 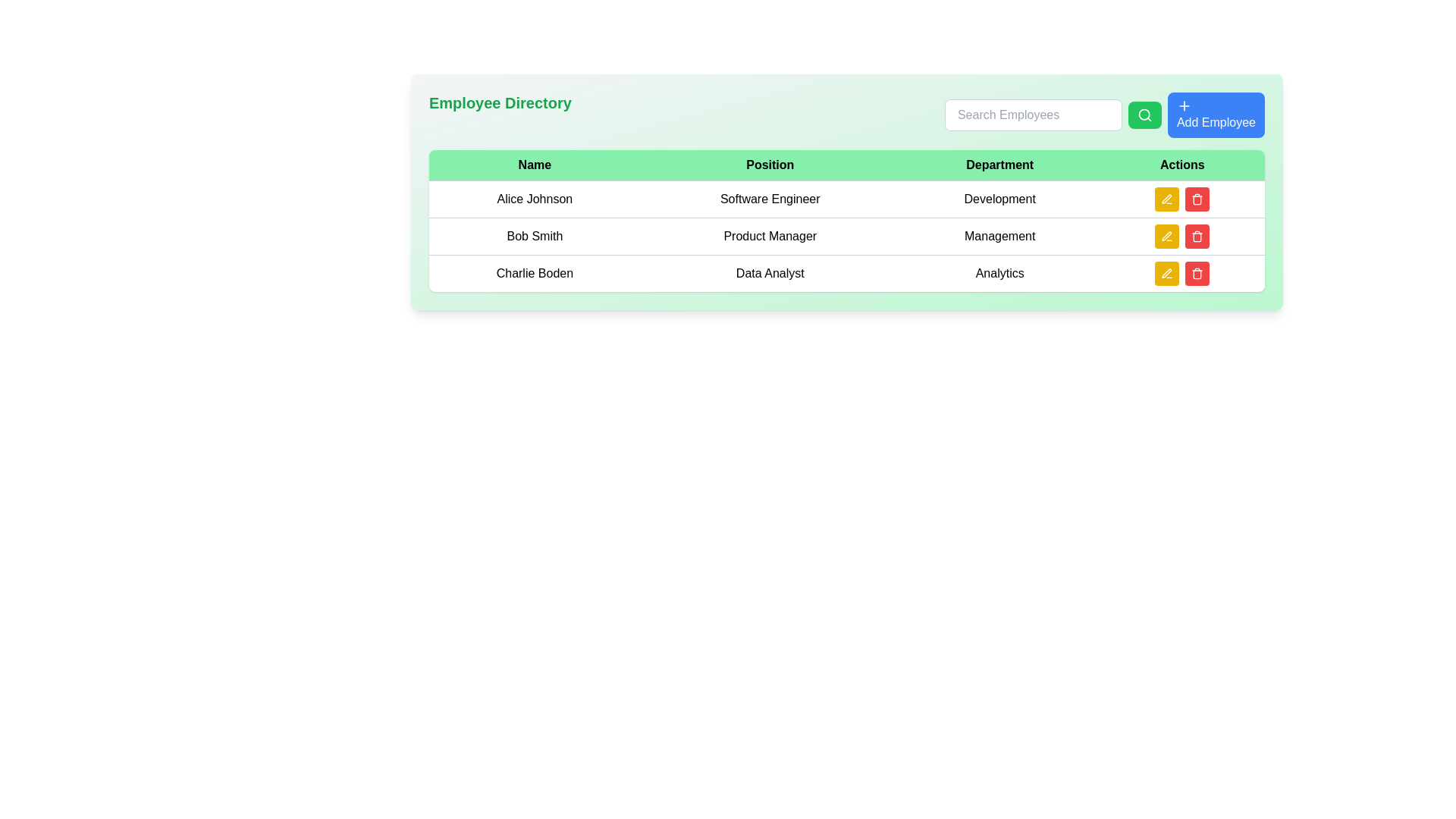 What do you see at coordinates (1166, 198) in the screenshot?
I see `the first button in the 'Actions' column of the first row in the table` at bounding box center [1166, 198].